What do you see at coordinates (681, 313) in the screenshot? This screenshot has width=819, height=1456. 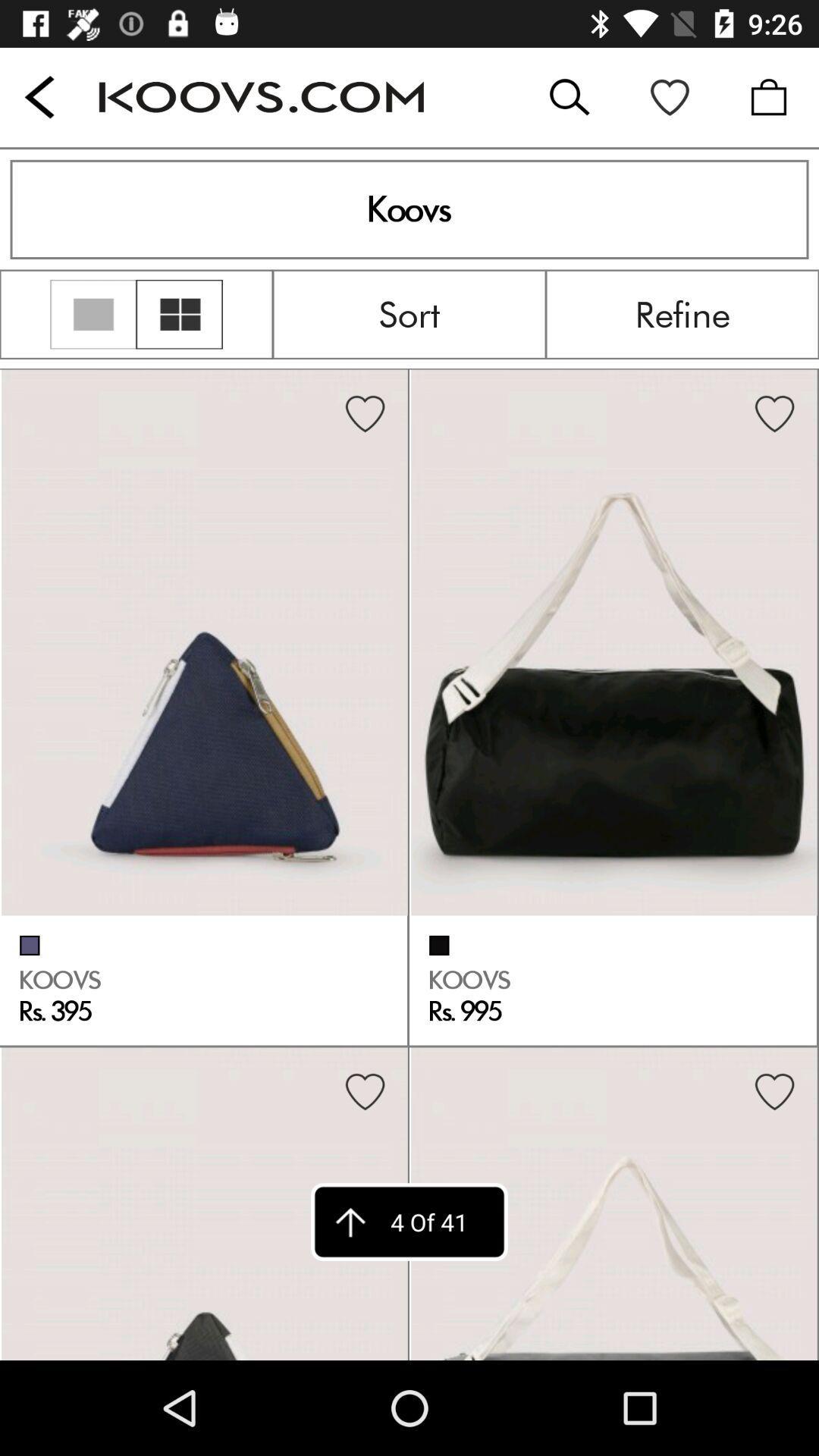 I see `the text refine placed right to sort` at bounding box center [681, 313].